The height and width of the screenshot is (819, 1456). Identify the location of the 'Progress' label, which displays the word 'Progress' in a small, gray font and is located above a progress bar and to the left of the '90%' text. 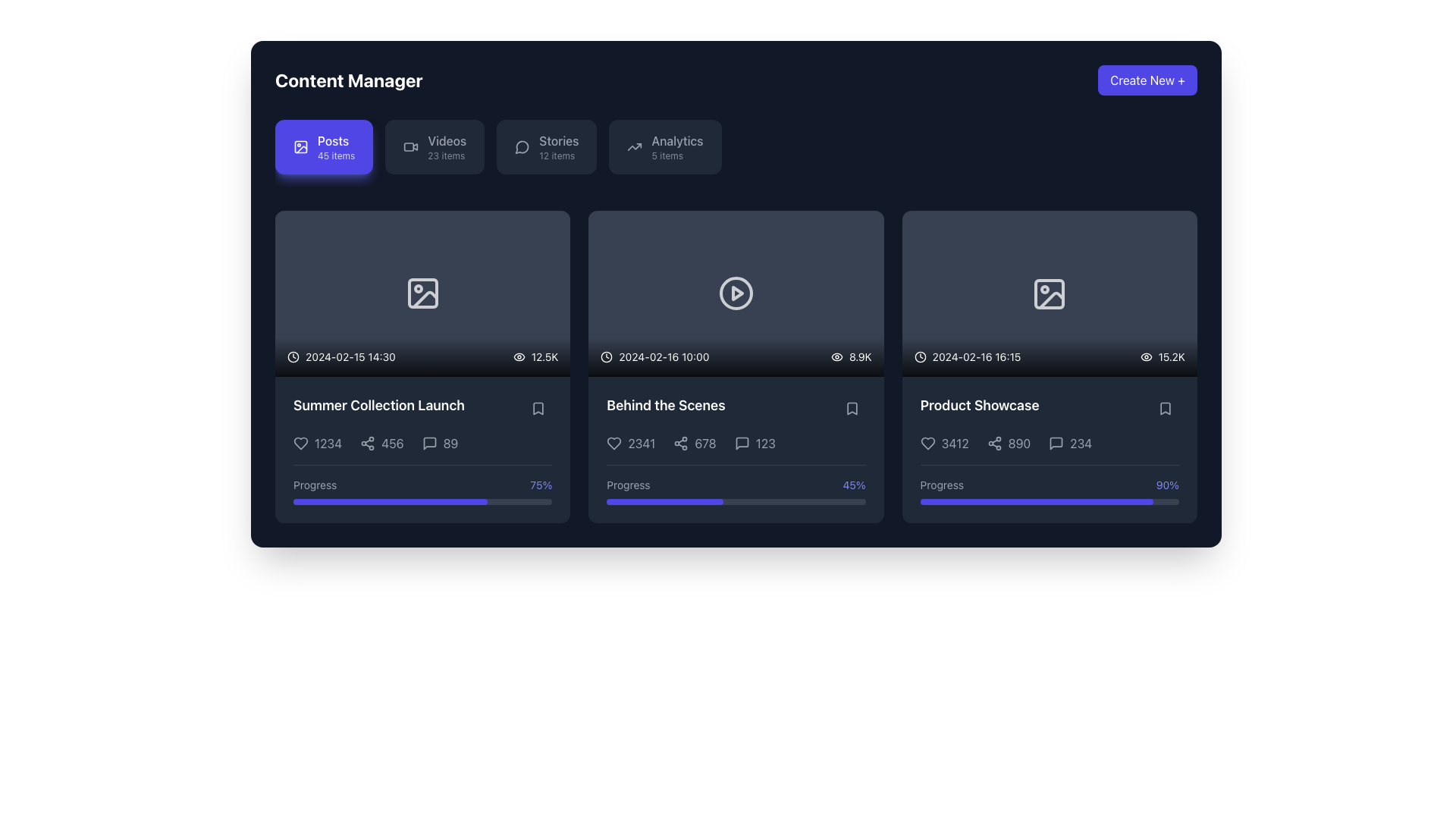
(941, 485).